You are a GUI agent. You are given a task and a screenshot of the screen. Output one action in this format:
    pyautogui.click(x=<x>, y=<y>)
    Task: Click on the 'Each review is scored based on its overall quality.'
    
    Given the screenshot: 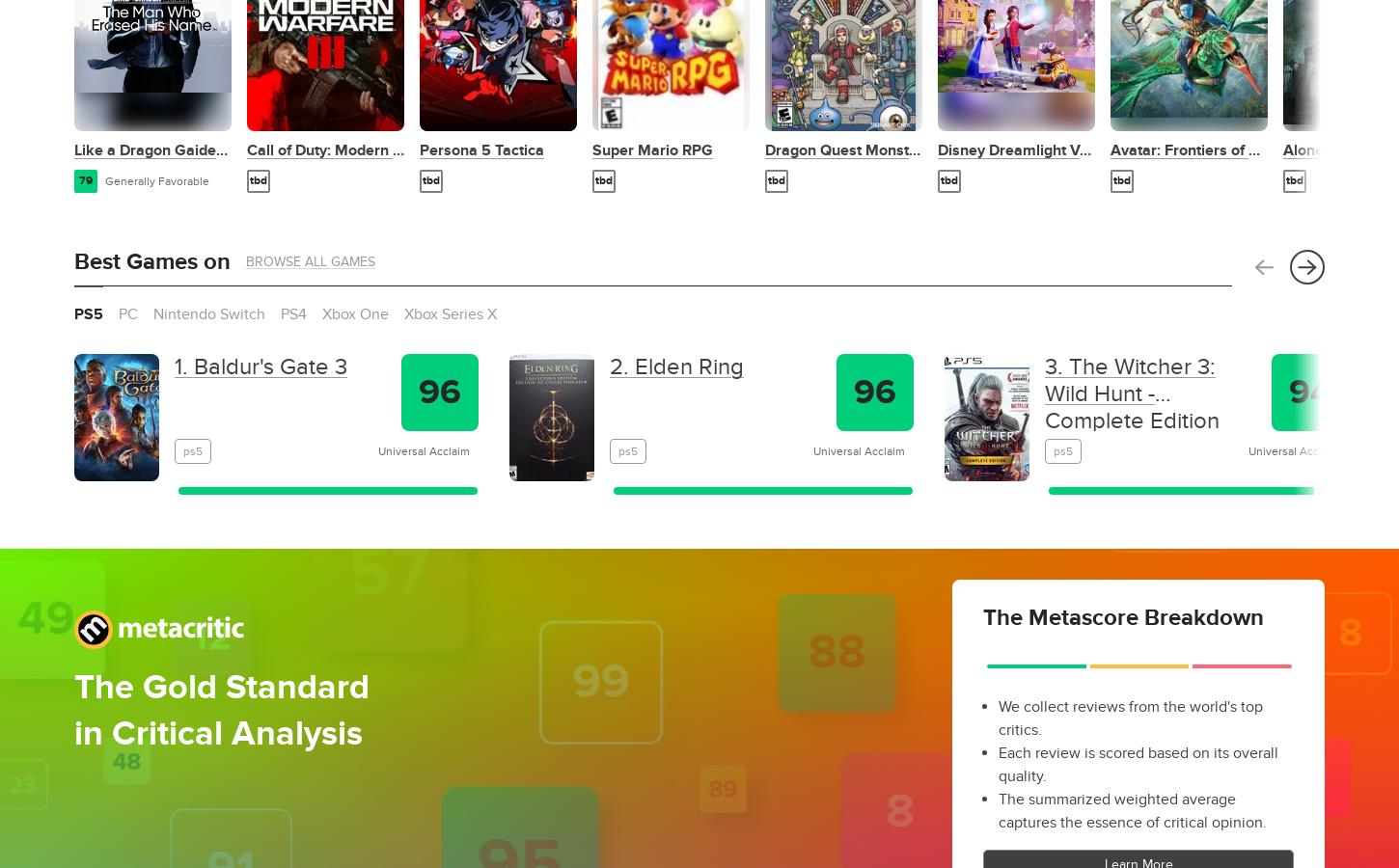 What is the action you would take?
    pyautogui.click(x=1138, y=764)
    